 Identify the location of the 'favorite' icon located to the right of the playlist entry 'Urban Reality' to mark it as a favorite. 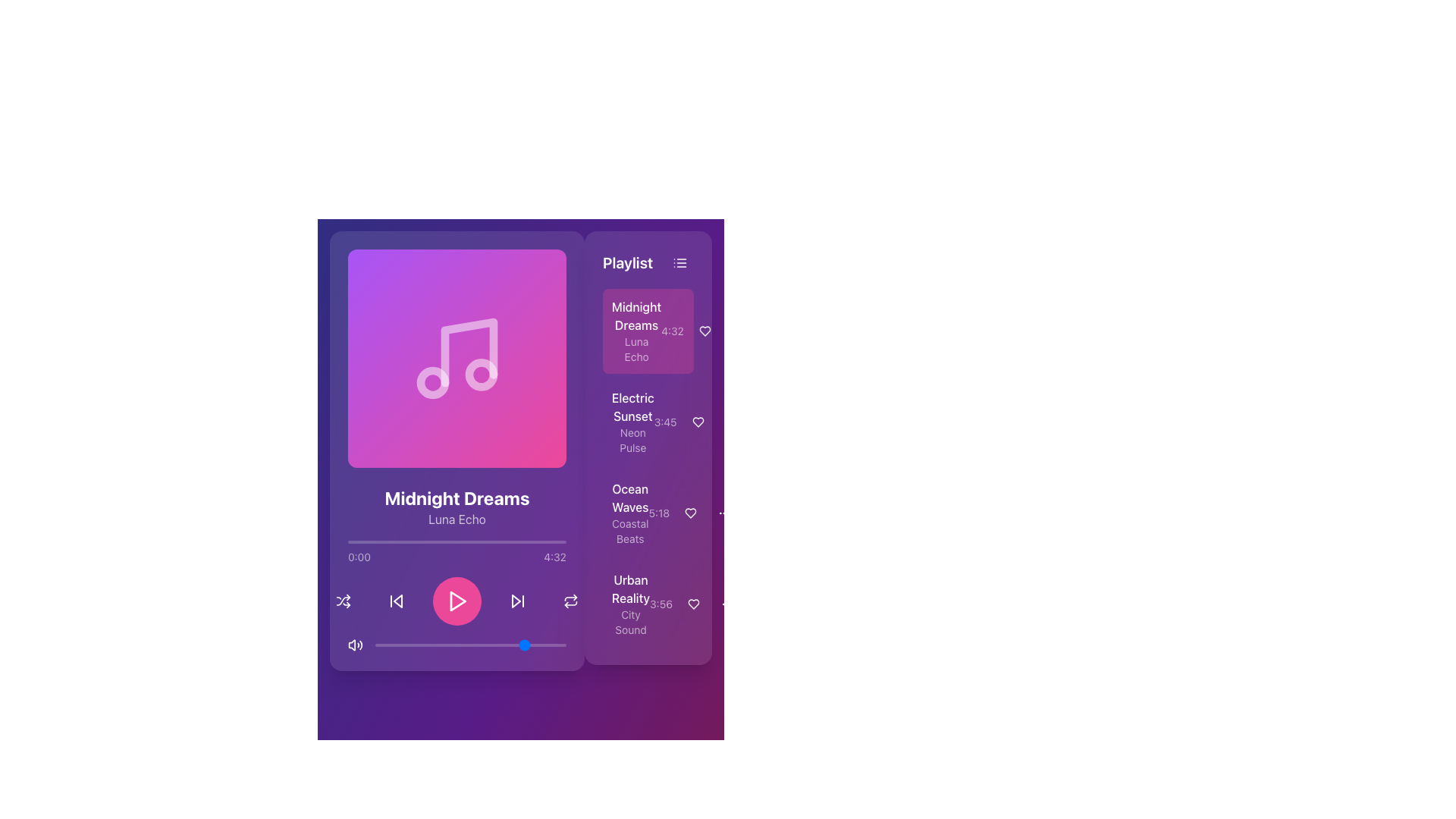
(693, 604).